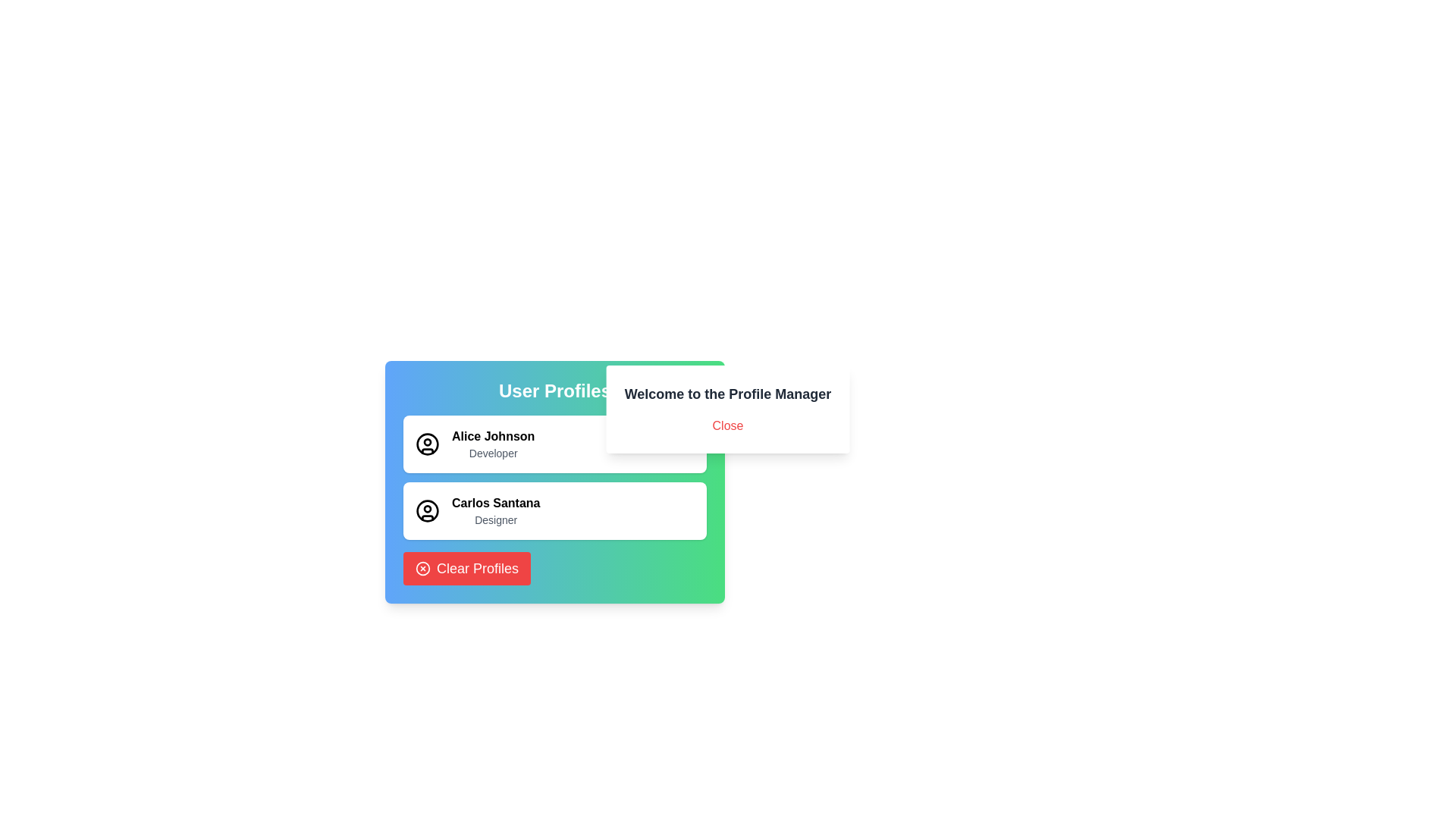  Describe the element at coordinates (466, 568) in the screenshot. I see `the rectangular button with a red background and rounded corners labeled 'Clear Profiles' to trigger its hover behavior` at that location.